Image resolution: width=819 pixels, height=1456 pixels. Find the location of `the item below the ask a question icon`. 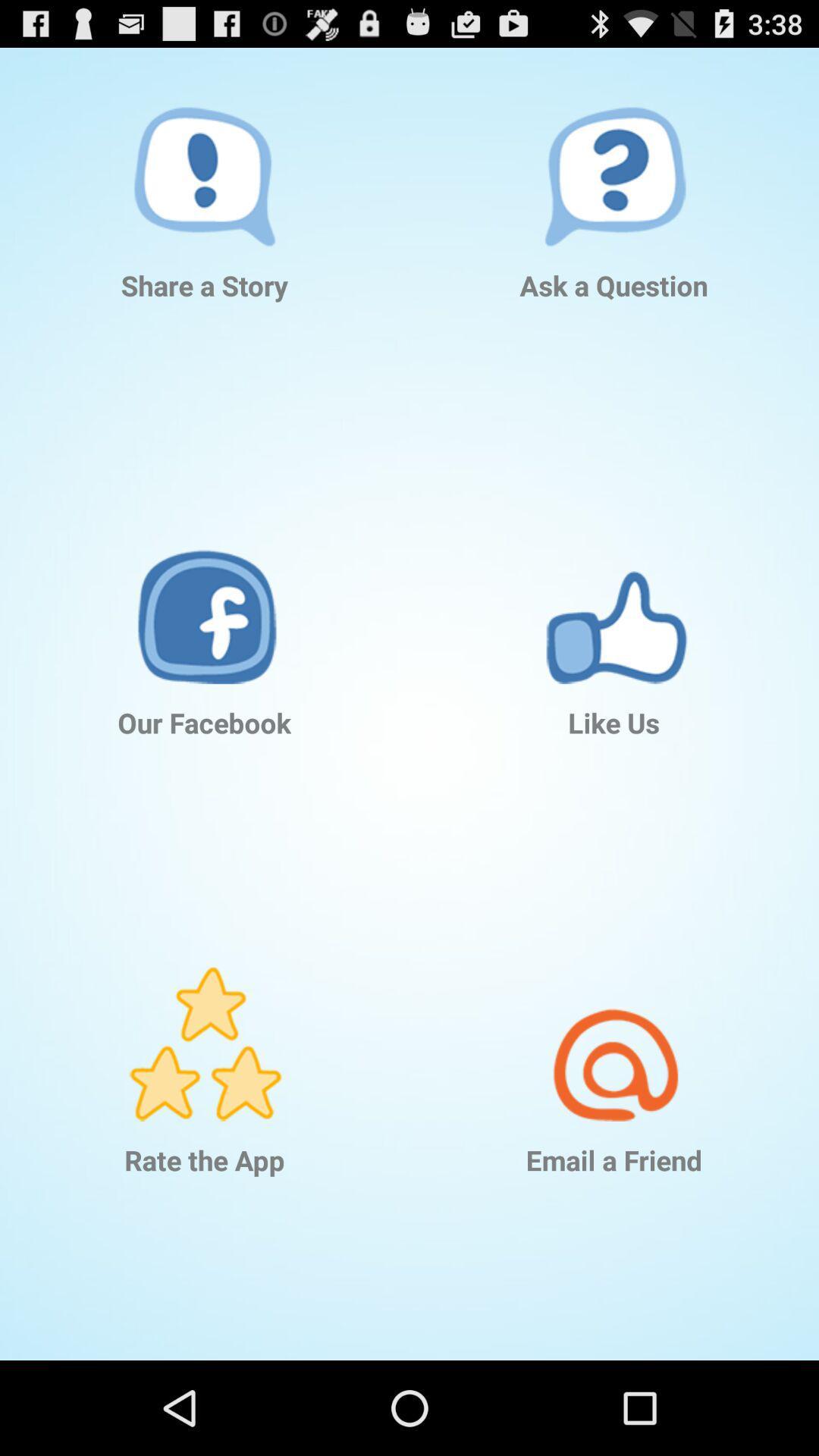

the item below the ask a question icon is located at coordinates (614, 584).